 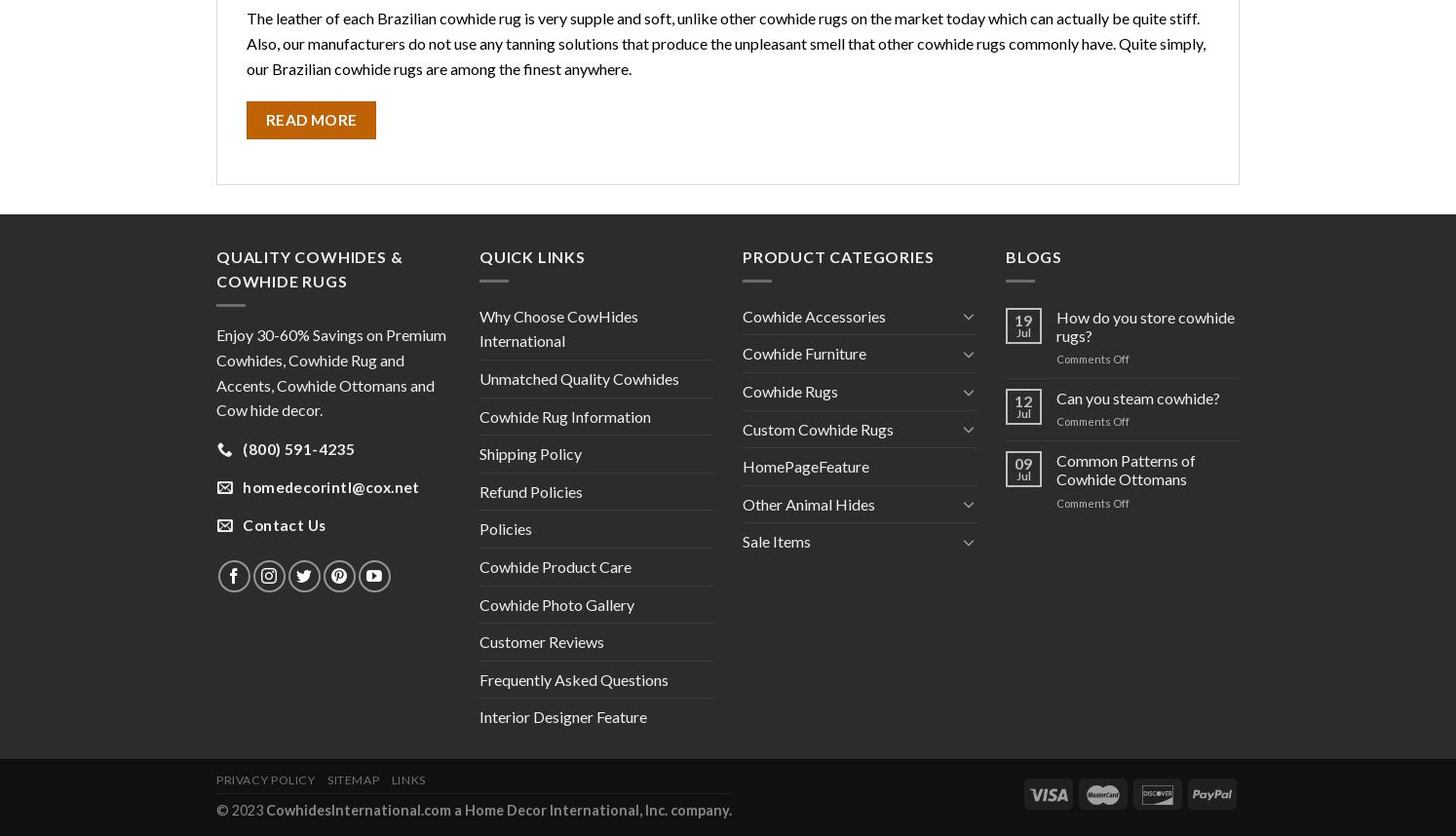 I want to click on 'Links', so click(x=407, y=779).